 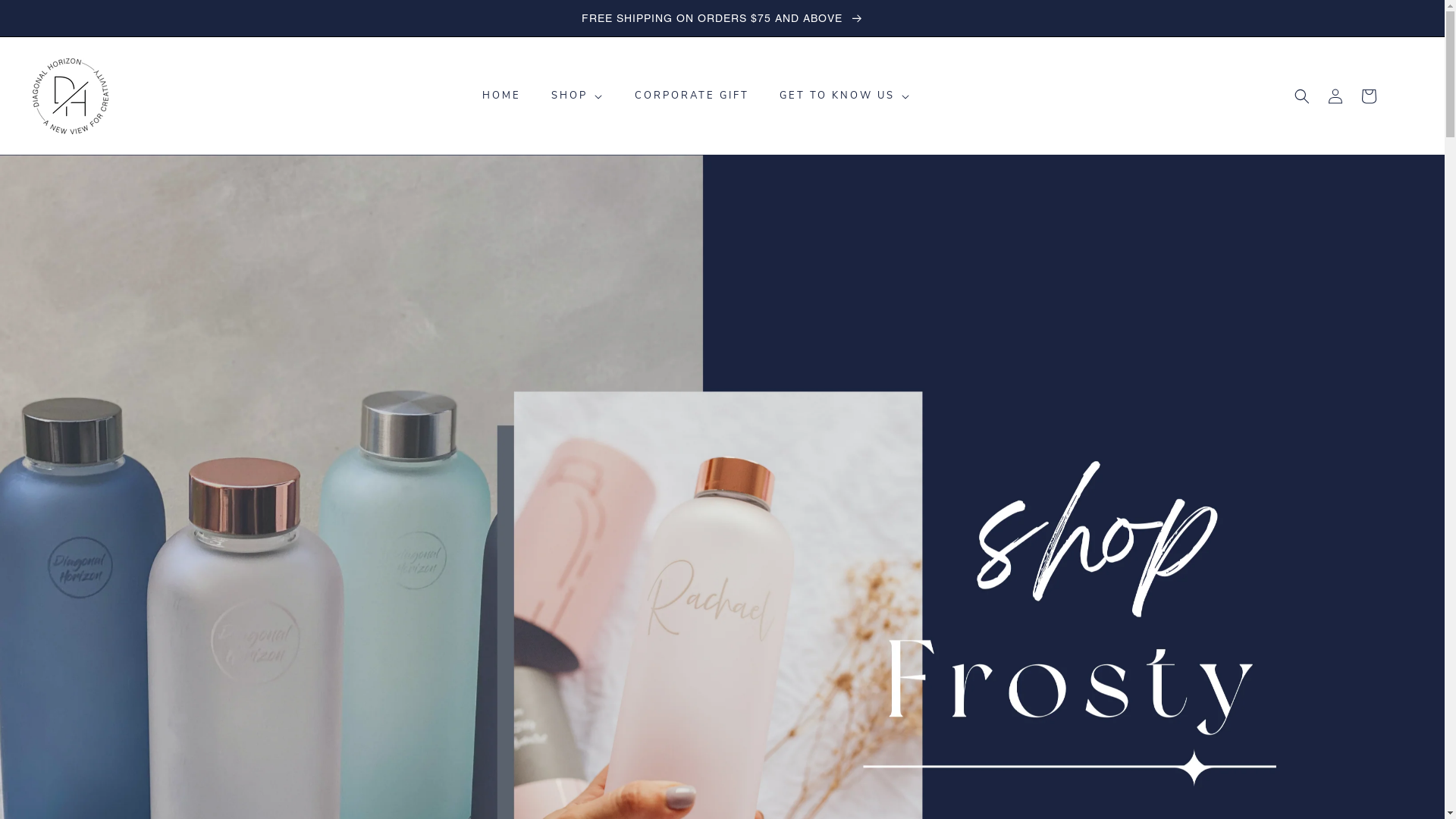 I want to click on 'FREE SHIPPING ON ORDERS $75 AND ABOVE', so click(x=721, y=17).